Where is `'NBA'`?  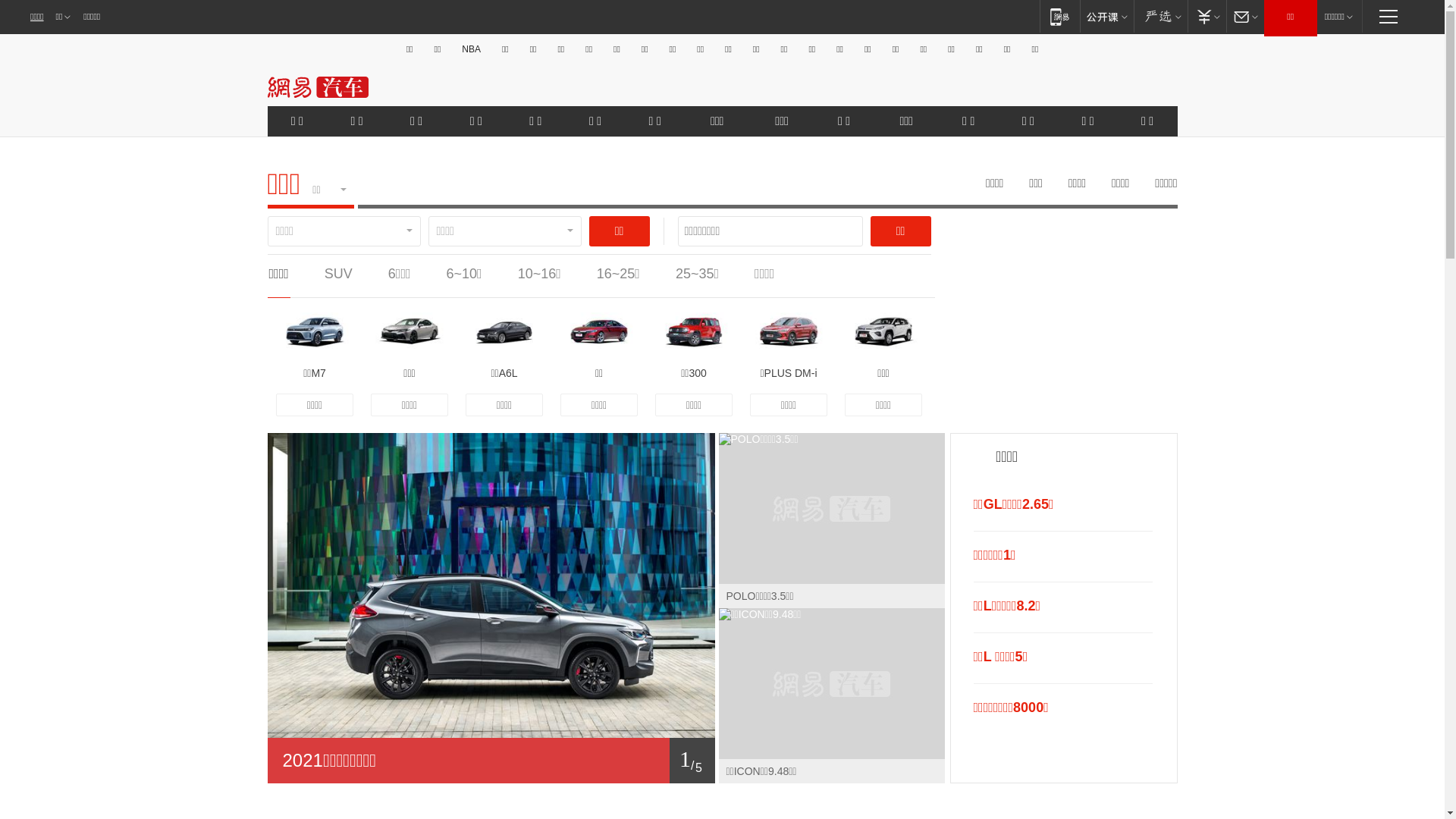 'NBA' is located at coordinates (470, 49).